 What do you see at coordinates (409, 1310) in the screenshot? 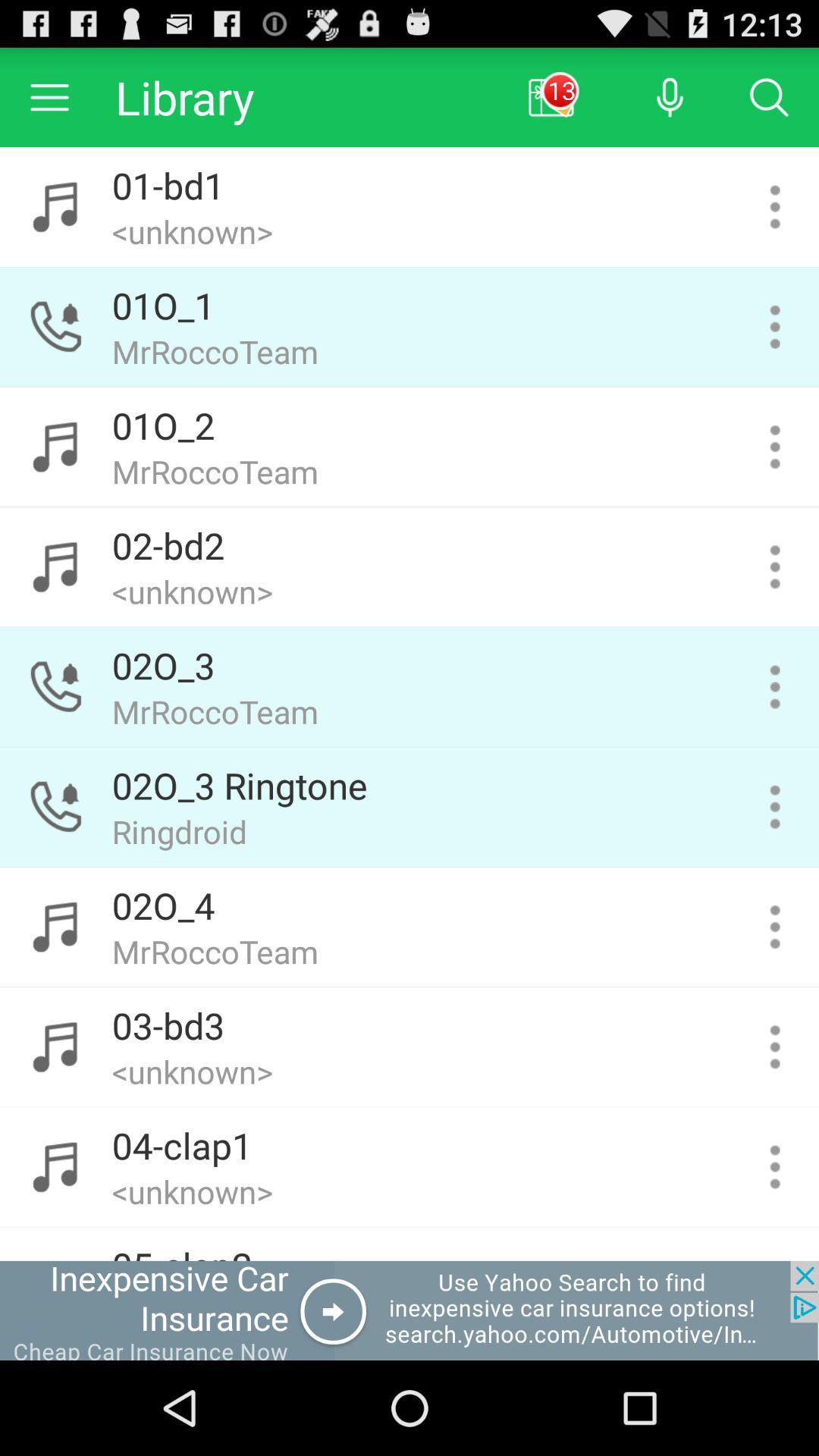
I see `advertisement in the bottom` at bounding box center [409, 1310].